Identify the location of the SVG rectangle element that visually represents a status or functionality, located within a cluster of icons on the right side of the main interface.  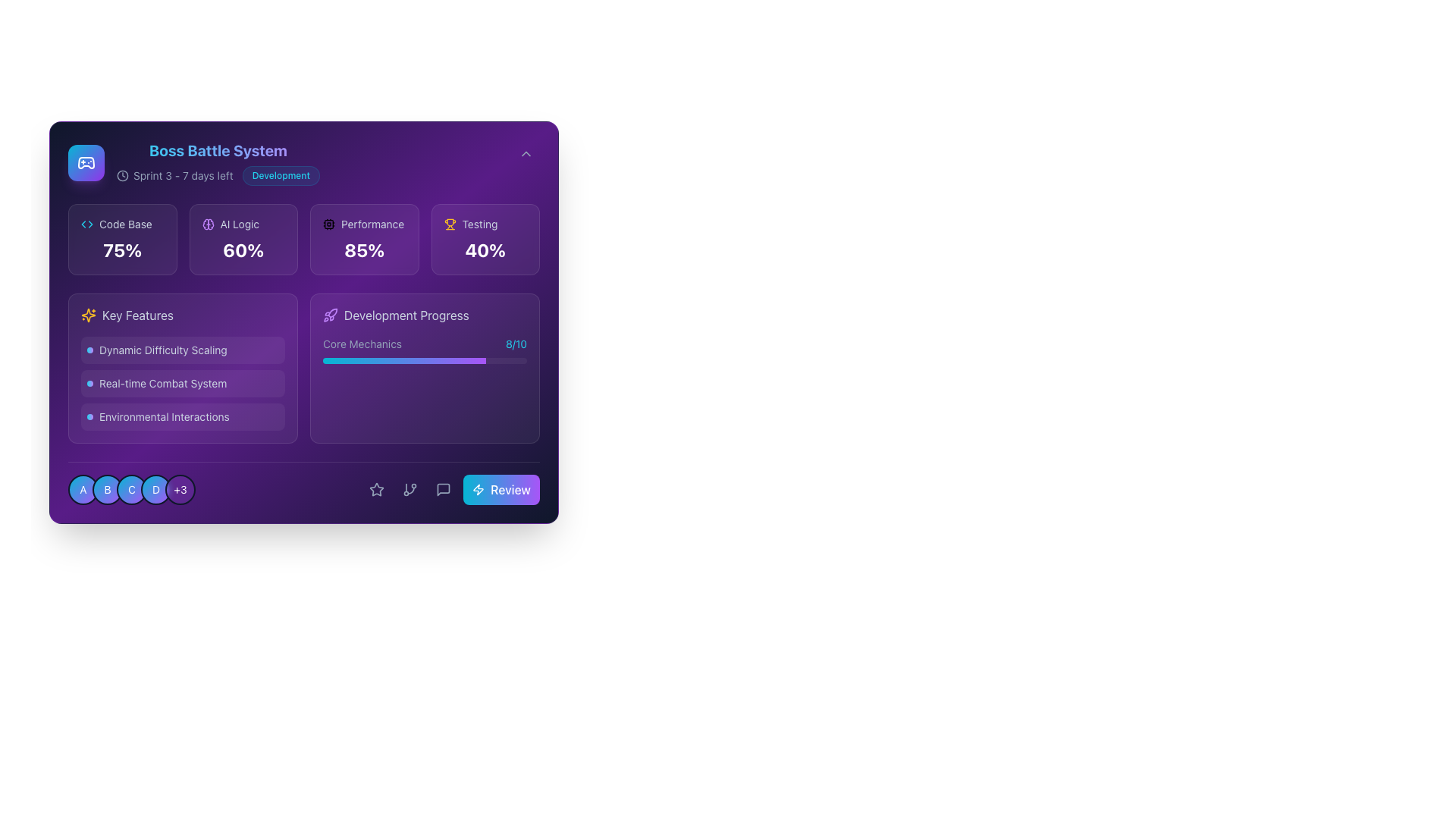
(328, 224).